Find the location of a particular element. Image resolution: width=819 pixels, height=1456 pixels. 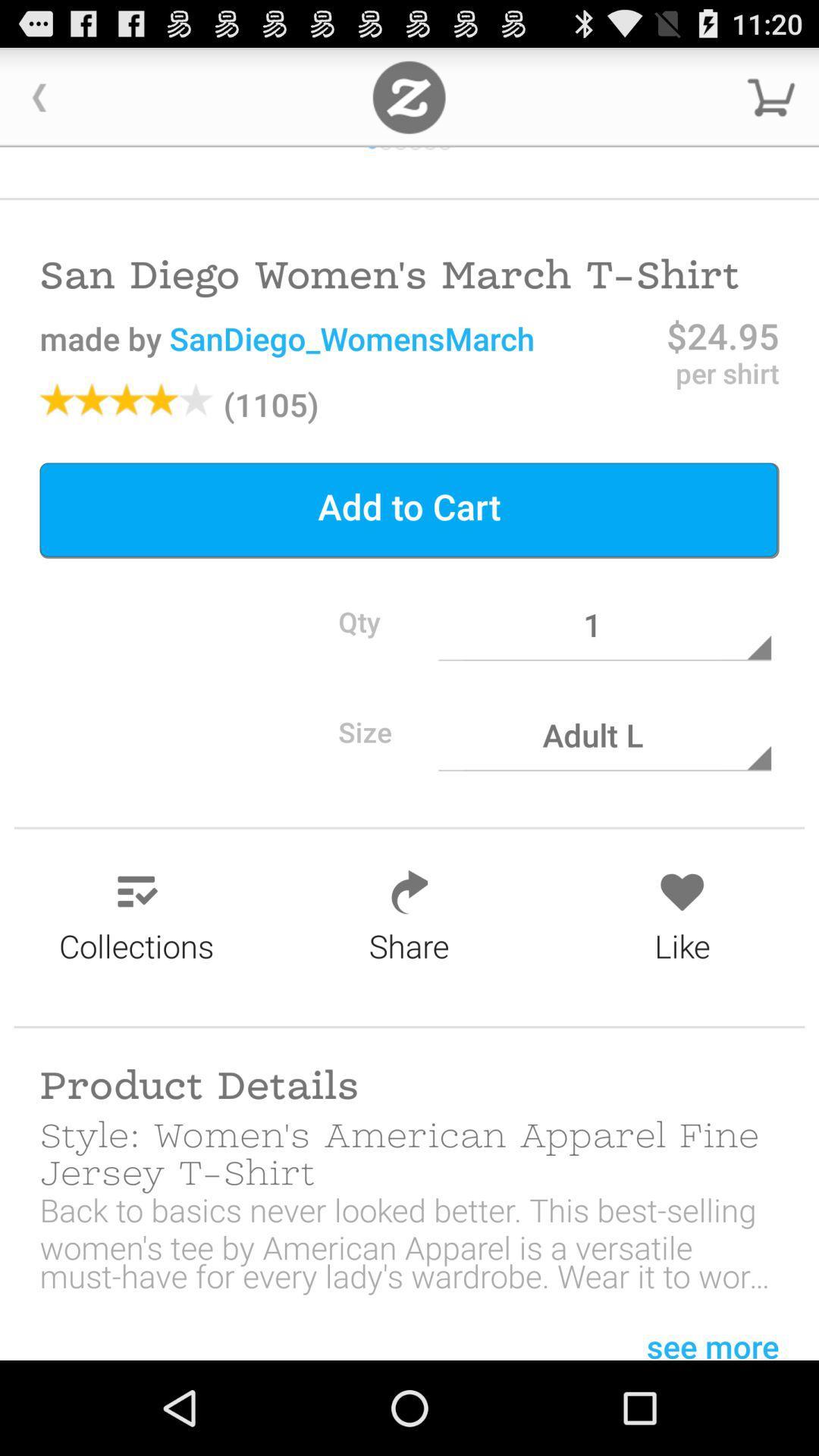

shopping select button is located at coordinates (771, 96).